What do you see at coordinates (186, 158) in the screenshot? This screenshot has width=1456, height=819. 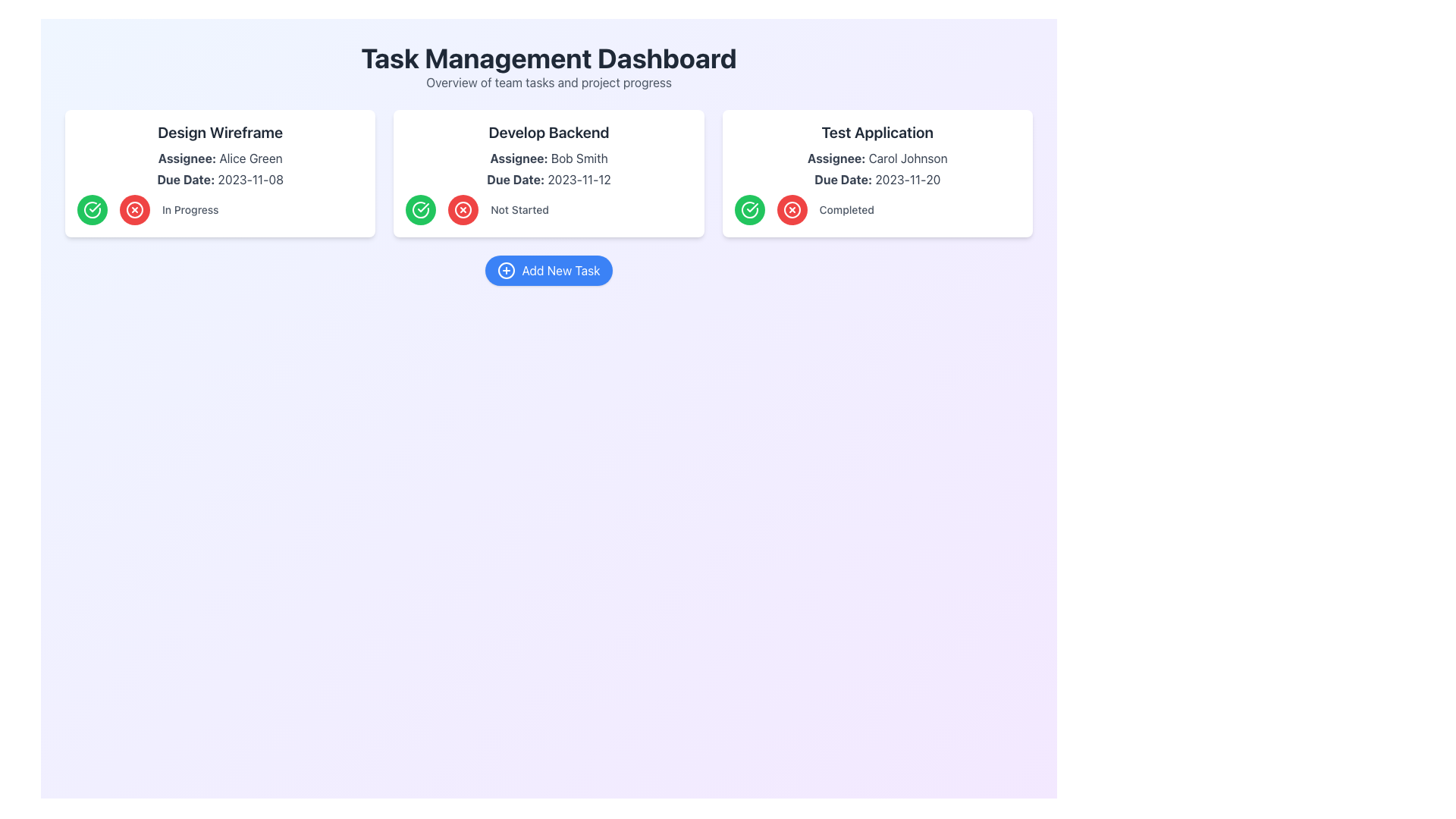 I see `the 'Assignee:' label in bold text located in the 'Design Wireframe' section of the leftmost task card, positioned above 'Alice Green'` at bounding box center [186, 158].